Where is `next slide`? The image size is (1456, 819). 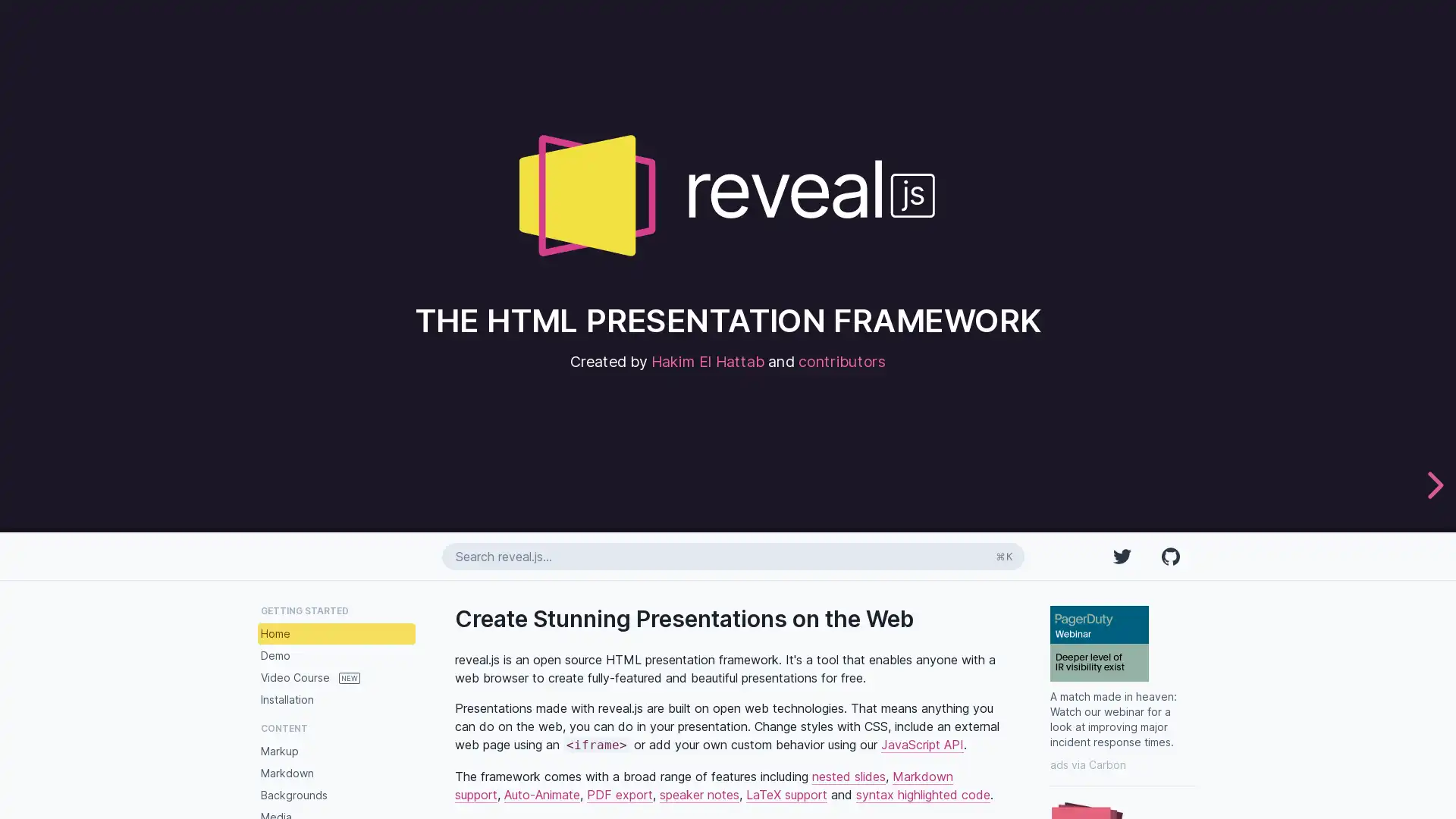
next slide is located at coordinates (1432, 485).